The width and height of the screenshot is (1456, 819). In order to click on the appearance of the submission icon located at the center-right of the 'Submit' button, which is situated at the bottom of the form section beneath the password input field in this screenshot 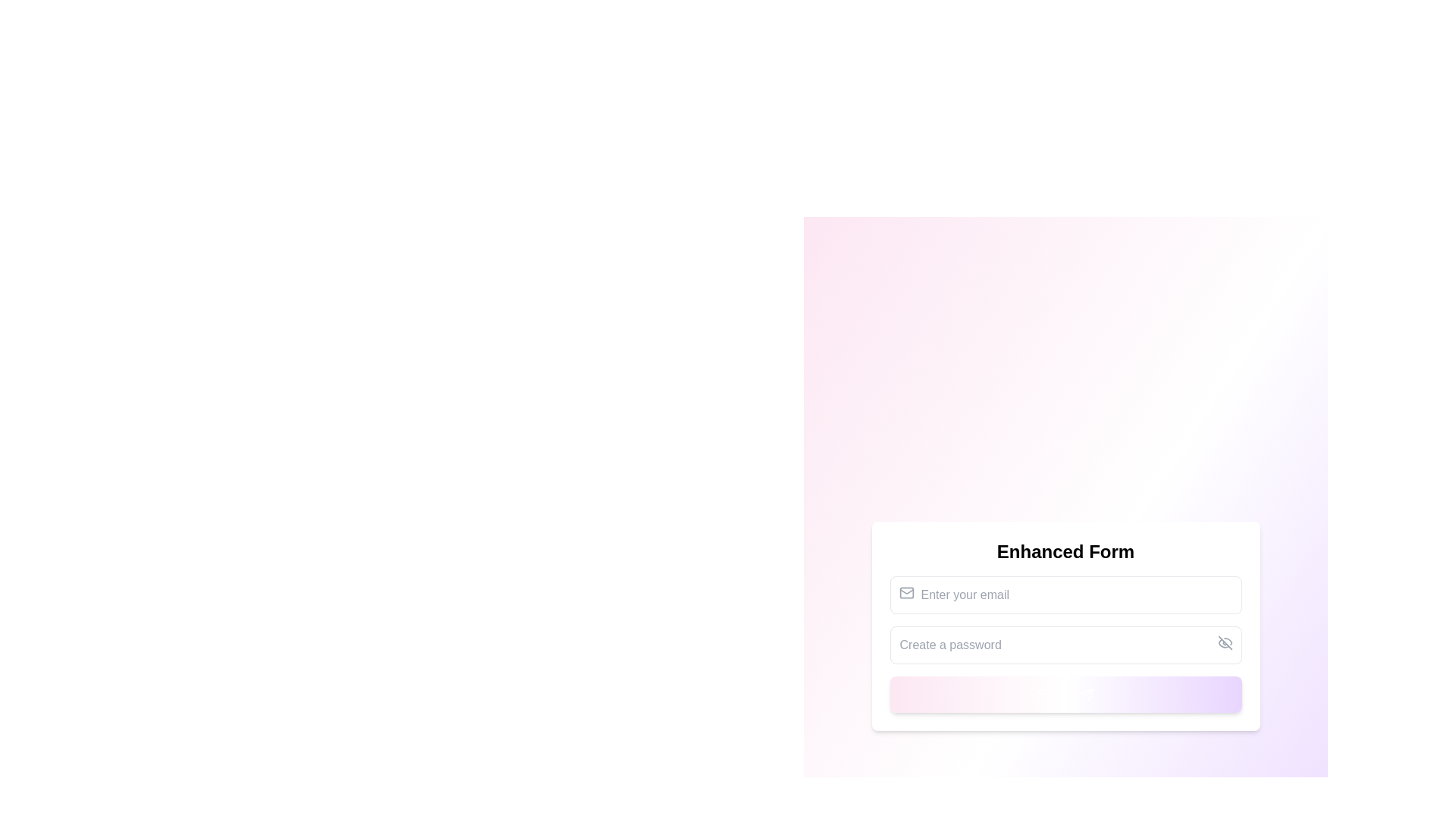, I will do `click(1087, 694)`.